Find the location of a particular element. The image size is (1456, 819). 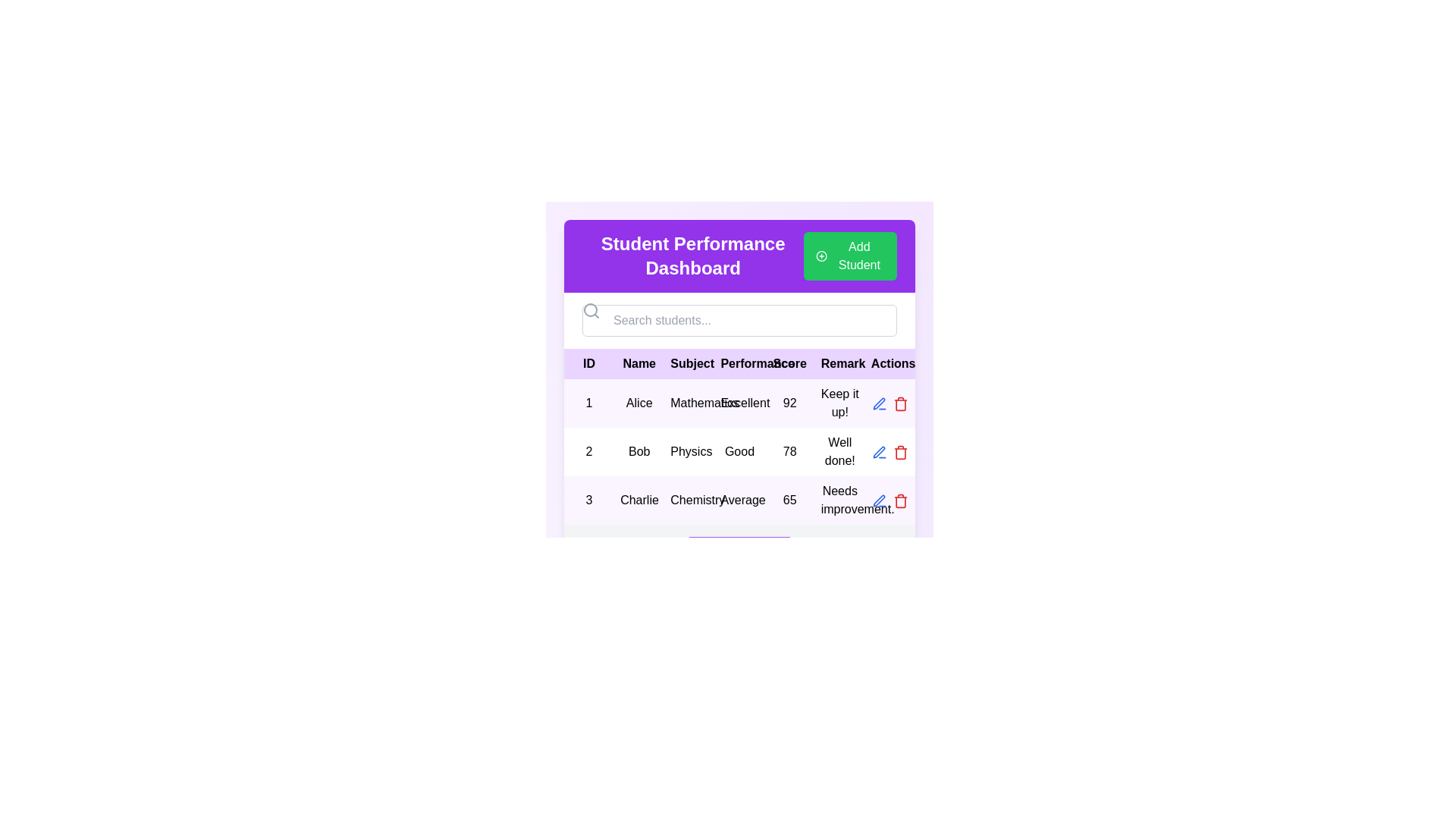

the static text element displaying 'Excellent' in the Performance column for the student 'Alice' in the Mathematics row is located at coordinates (739, 403).